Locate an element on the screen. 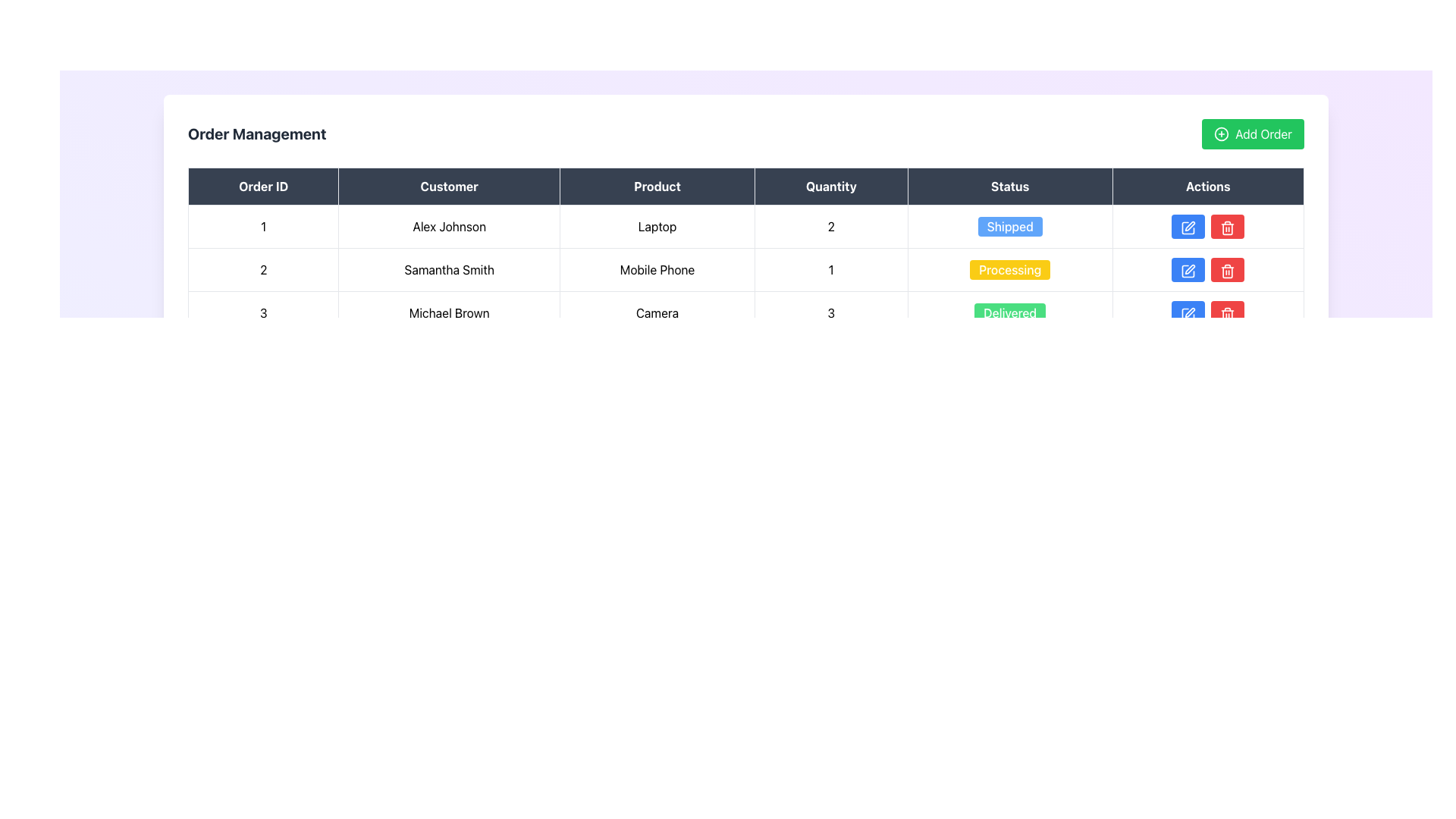 Image resolution: width=1456 pixels, height=819 pixels. the non-interactive label indicating the status 'Processing' for the entry 'Samantha Smith' in the 'Status' column of the second row is located at coordinates (1010, 268).